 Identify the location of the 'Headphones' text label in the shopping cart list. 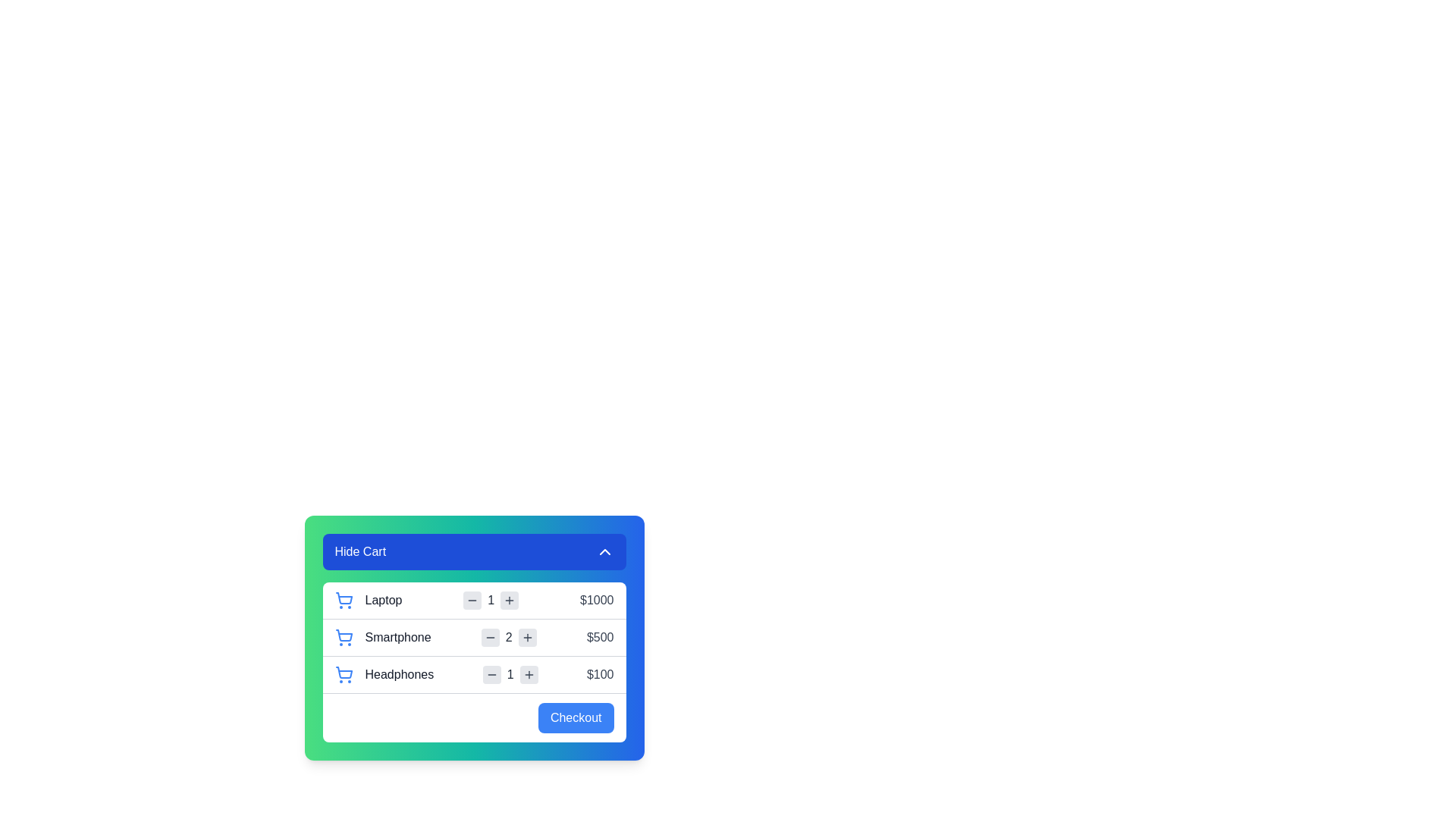
(399, 674).